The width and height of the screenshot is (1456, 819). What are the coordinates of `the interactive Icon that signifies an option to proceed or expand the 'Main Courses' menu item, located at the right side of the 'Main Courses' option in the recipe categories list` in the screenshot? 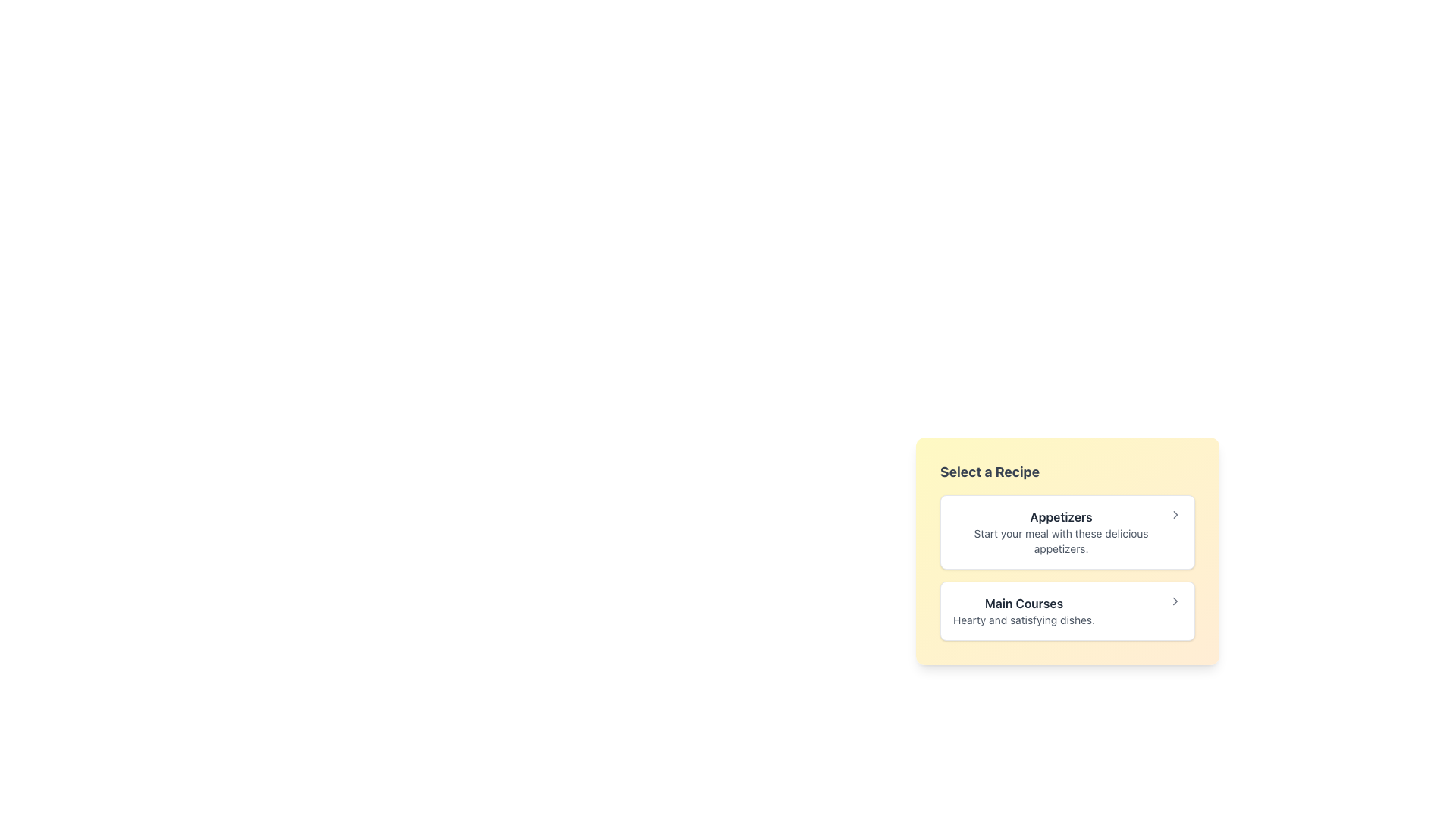 It's located at (1175, 601).